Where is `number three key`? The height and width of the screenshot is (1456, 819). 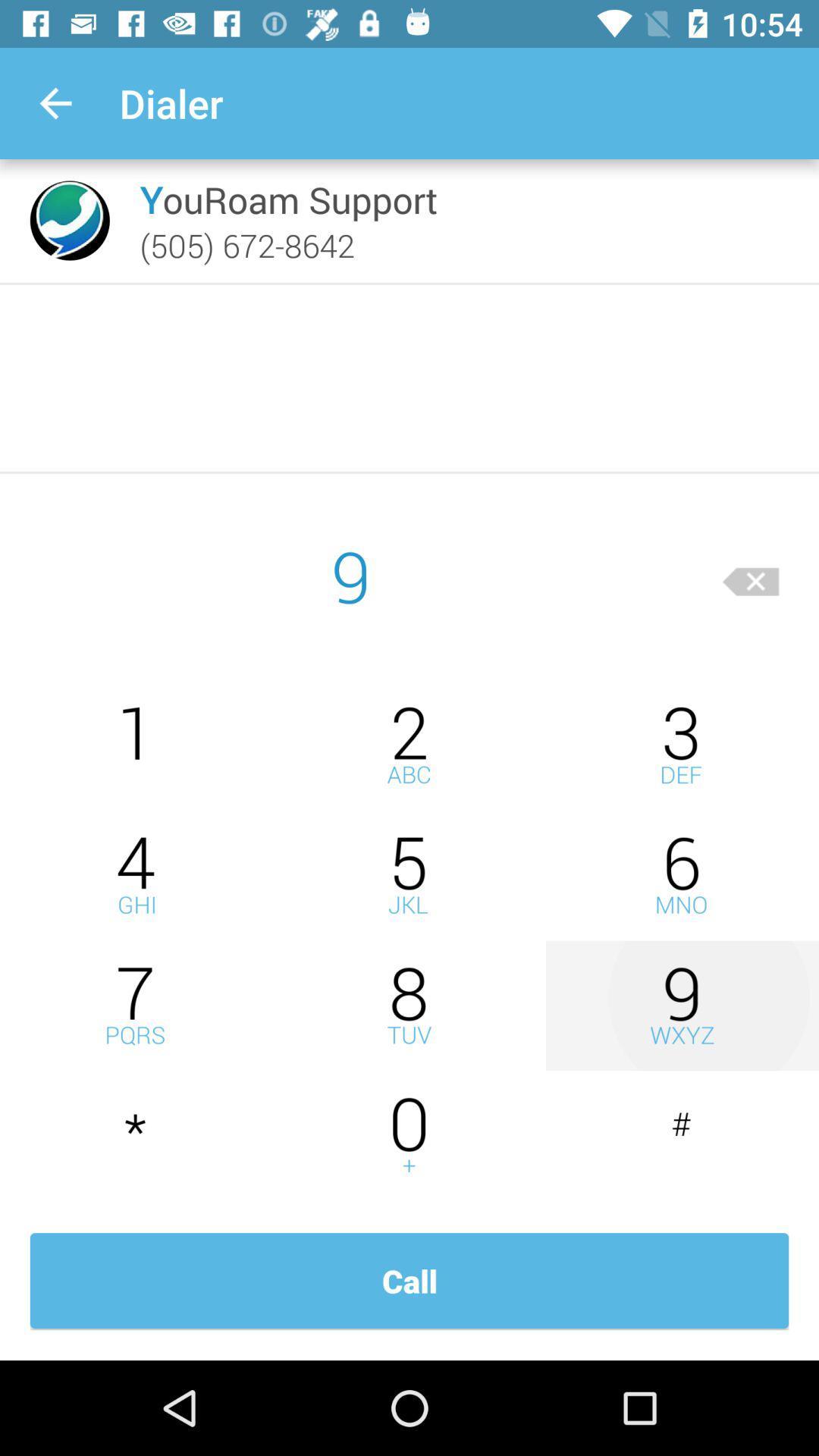 number three key is located at coordinates (681, 745).